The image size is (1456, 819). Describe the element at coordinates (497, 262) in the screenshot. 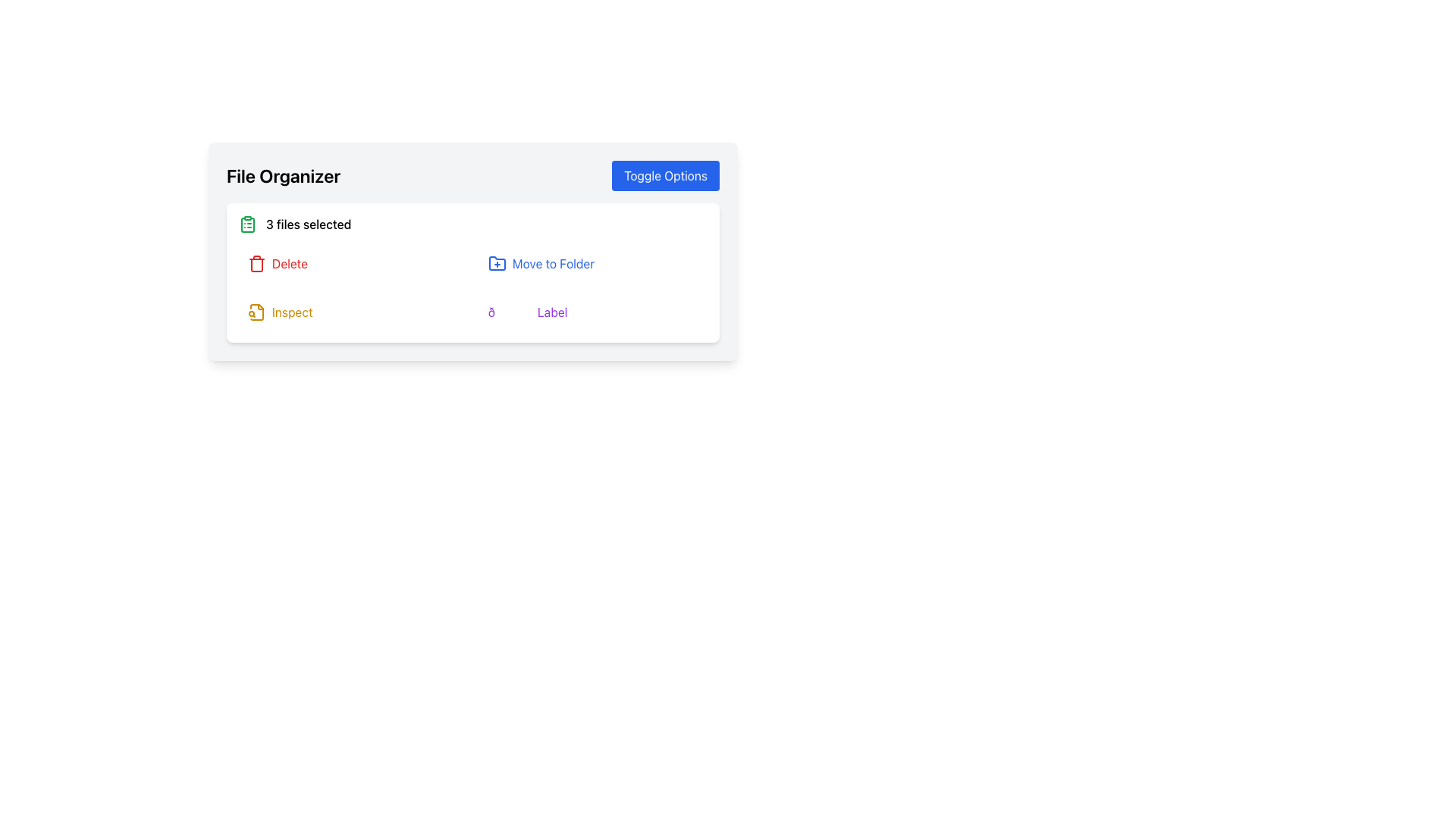

I see `the decorative shape used as part of the 'Move to Folder' icon located in the second row of the grid, to the right of the 'Delete' icon and text` at that location.